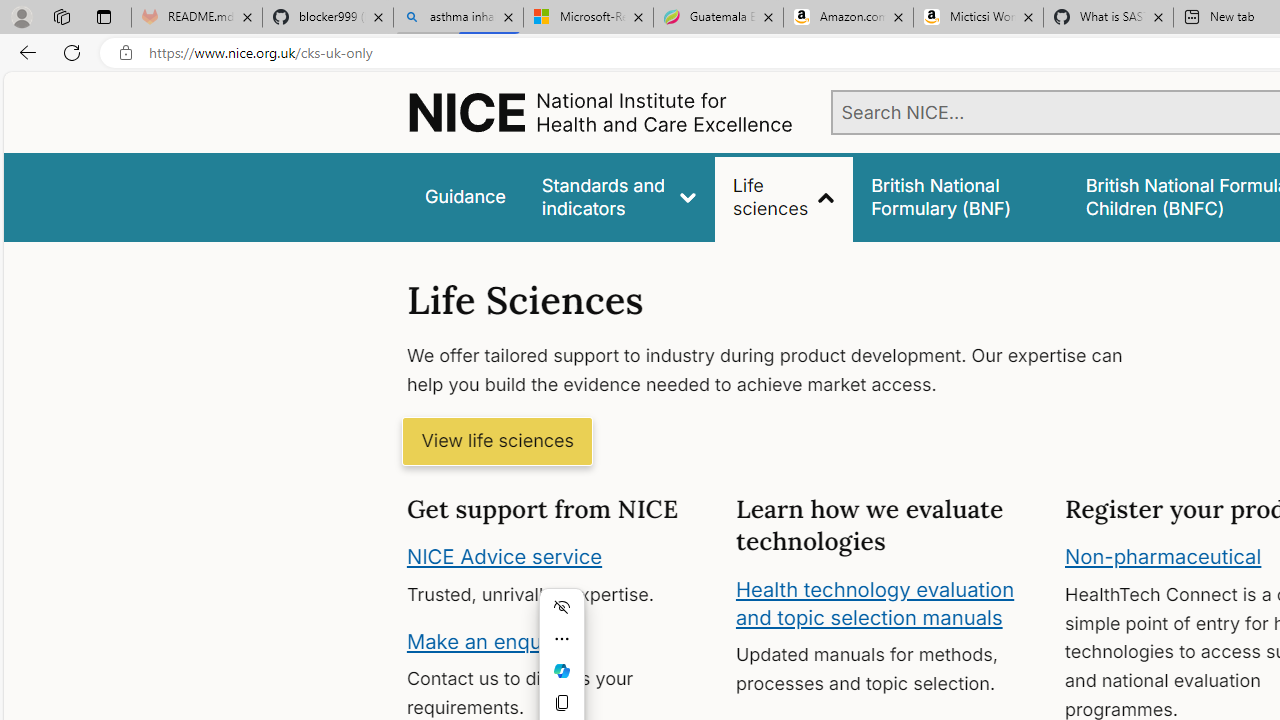  Describe the element at coordinates (457, 17) in the screenshot. I see `'asthma inhaler - Search'` at that location.